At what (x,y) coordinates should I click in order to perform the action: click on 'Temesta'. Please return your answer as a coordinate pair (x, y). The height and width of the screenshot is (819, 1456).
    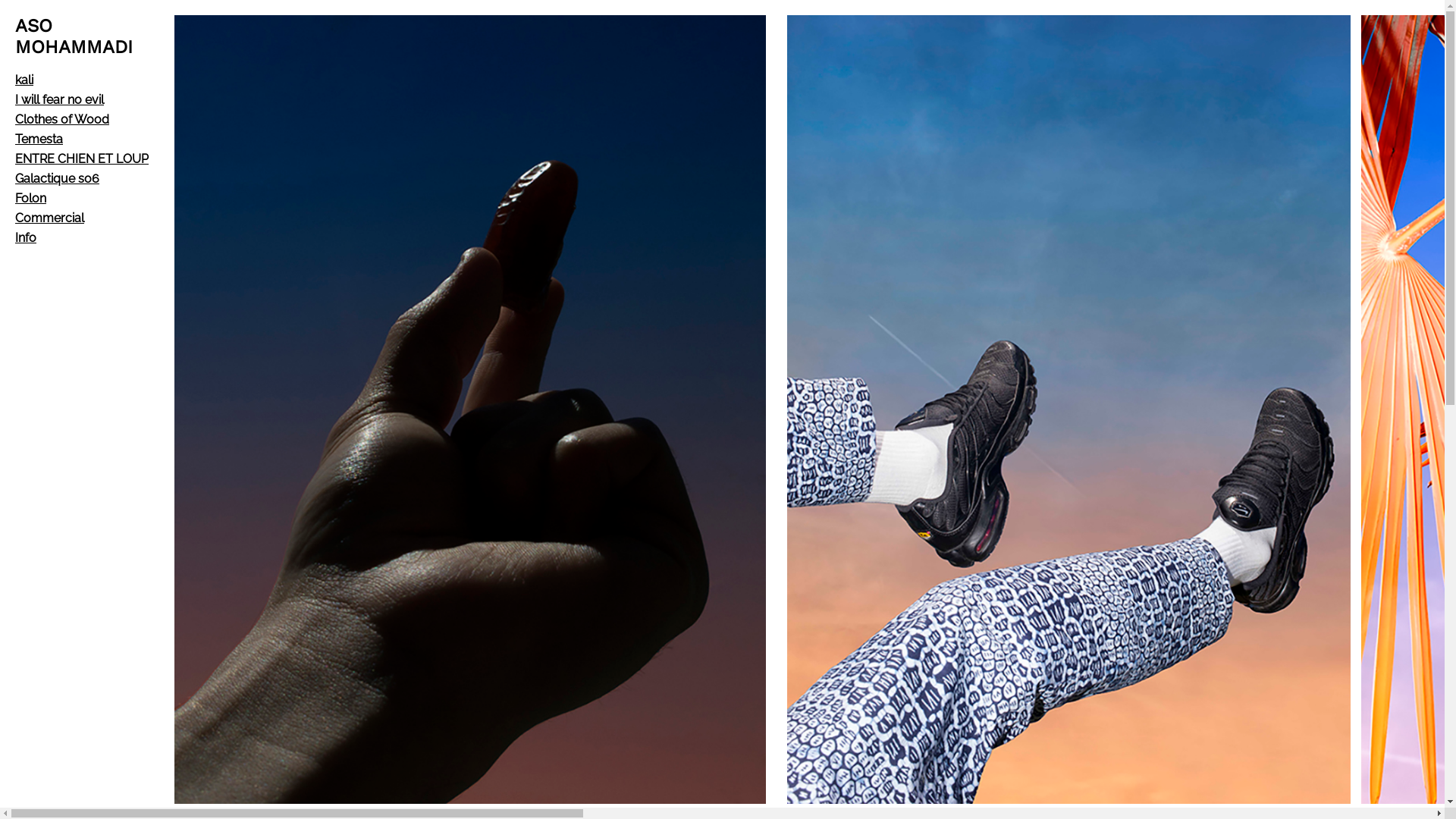
    Looking at the image, I should click on (39, 139).